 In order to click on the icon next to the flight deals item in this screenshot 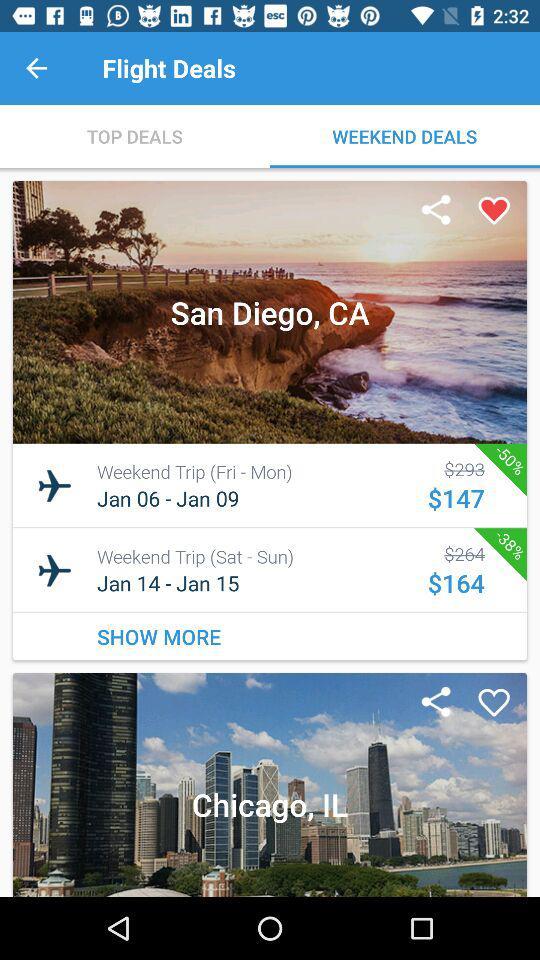, I will do `click(36, 68)`.